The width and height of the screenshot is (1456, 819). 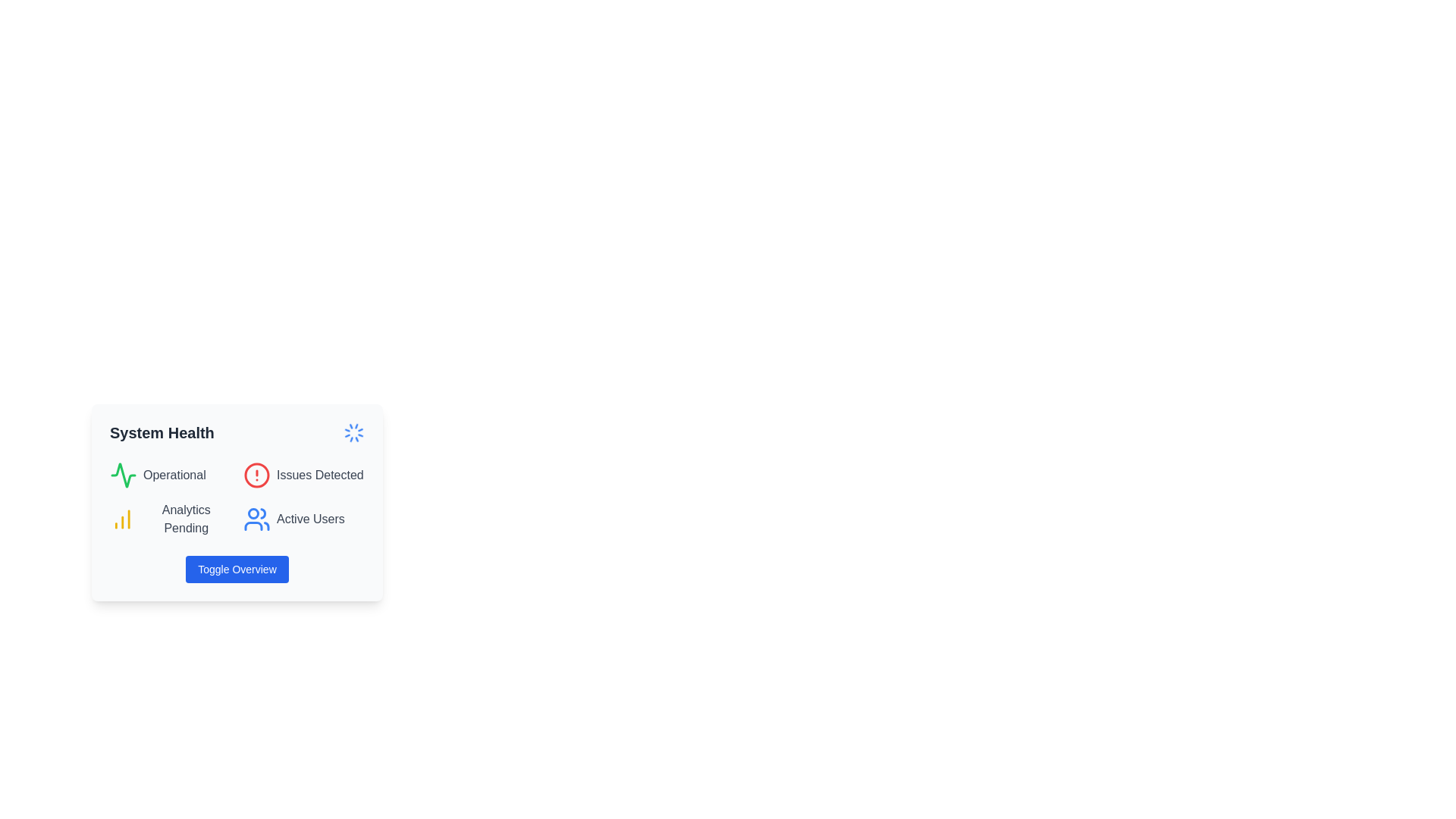 I want to click on the Text label that serves as a title or header for the status overview section, located in the upper part of the user interface, so click(x=162, y=432).